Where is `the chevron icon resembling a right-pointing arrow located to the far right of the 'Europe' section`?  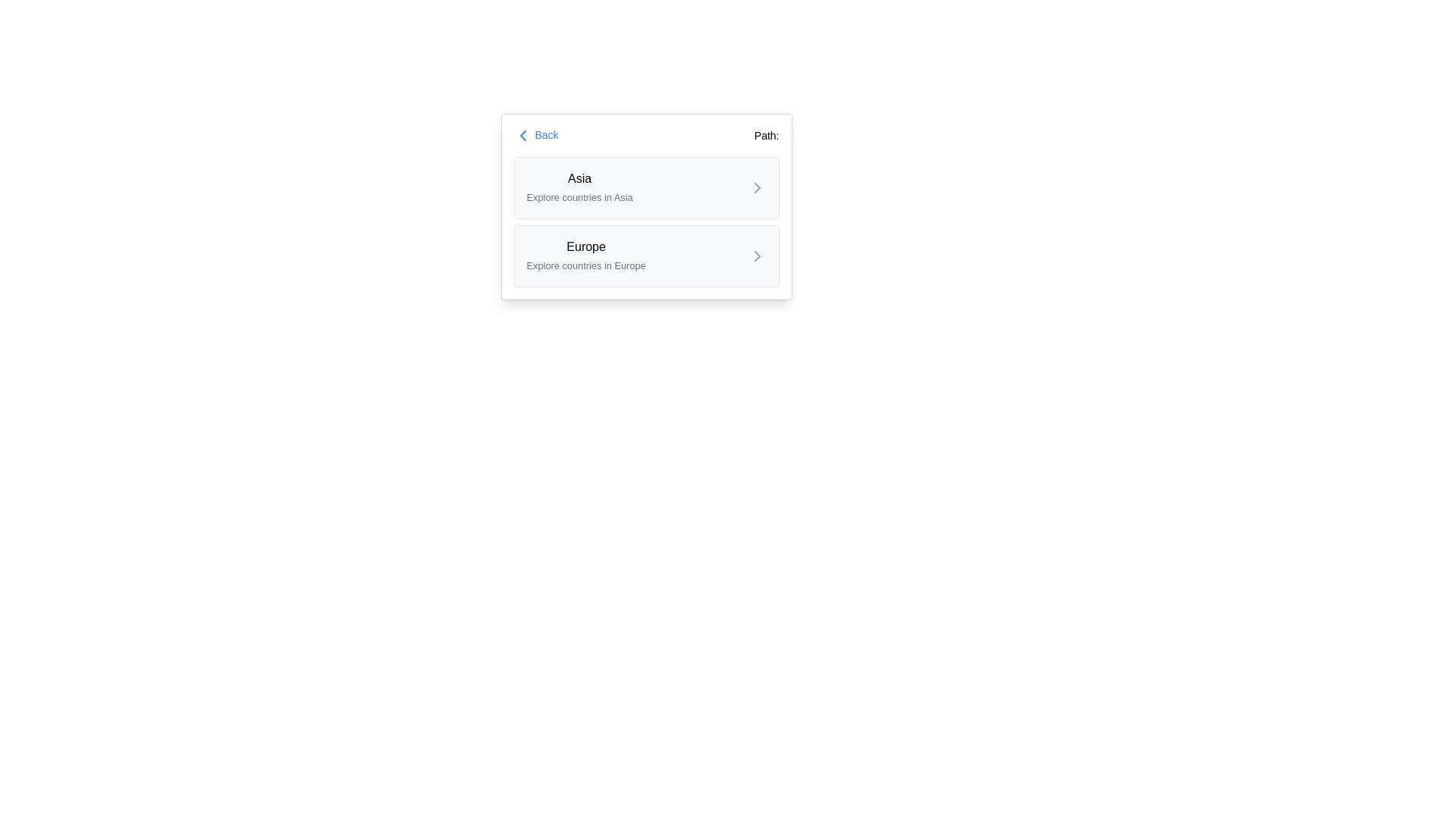 the chevron icon resembling a right-pointing arrow located to the far right of the 'Europe' section is located at coordinates (757, 256).